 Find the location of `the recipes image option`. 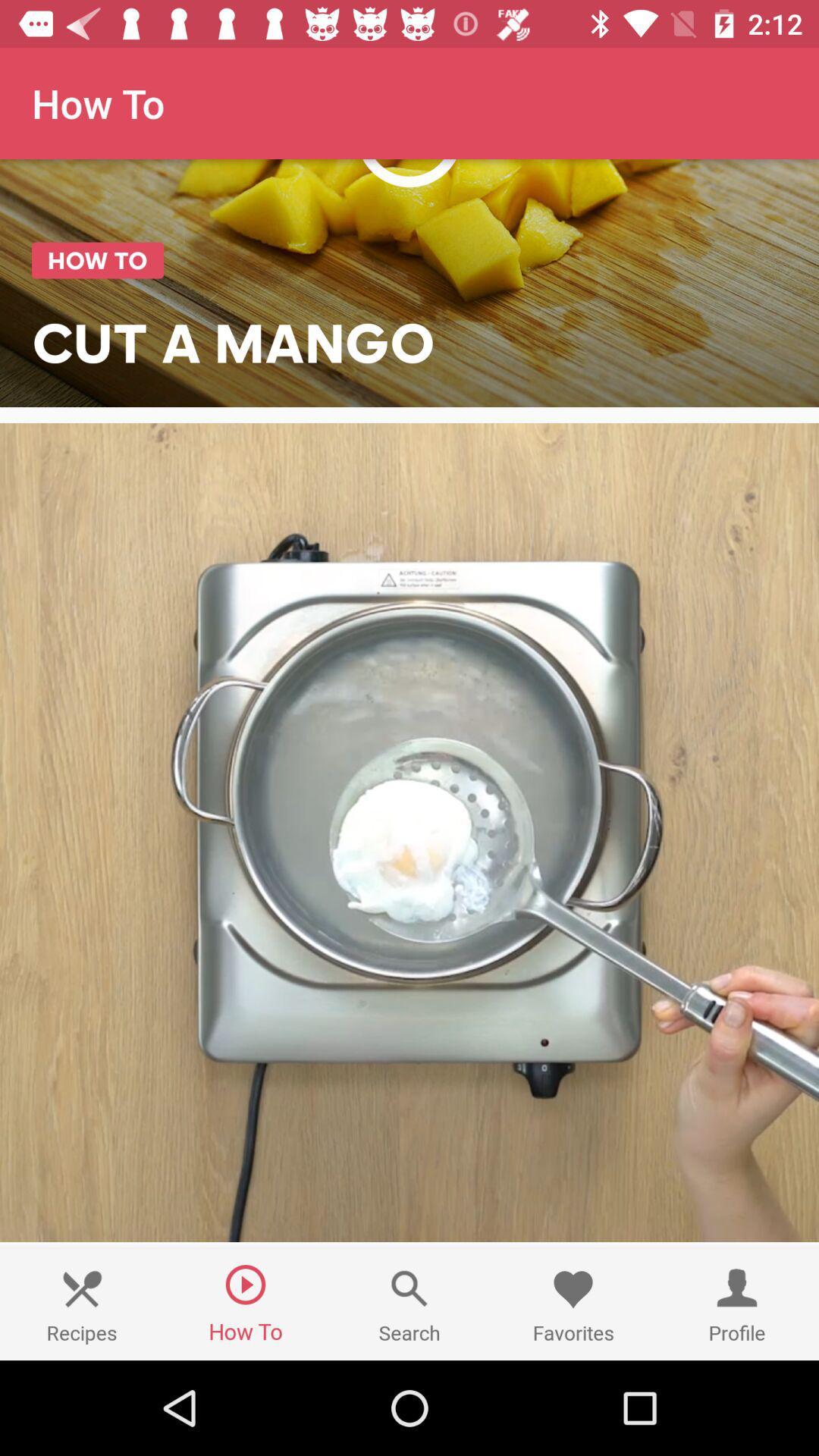

the recipes image option is located at coordinates (82, 1288).